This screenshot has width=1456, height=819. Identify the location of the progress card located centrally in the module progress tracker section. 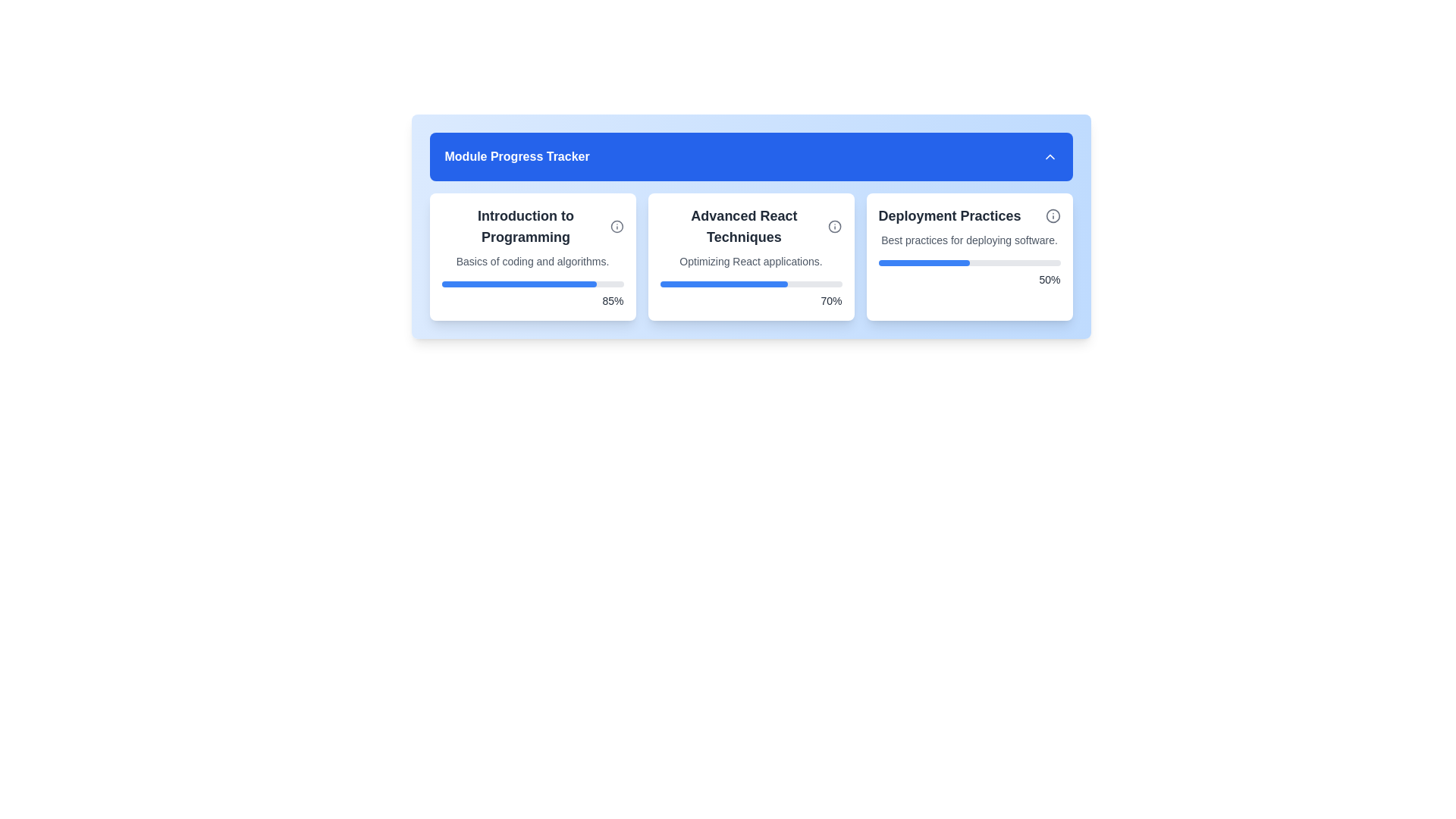
(751, 256).